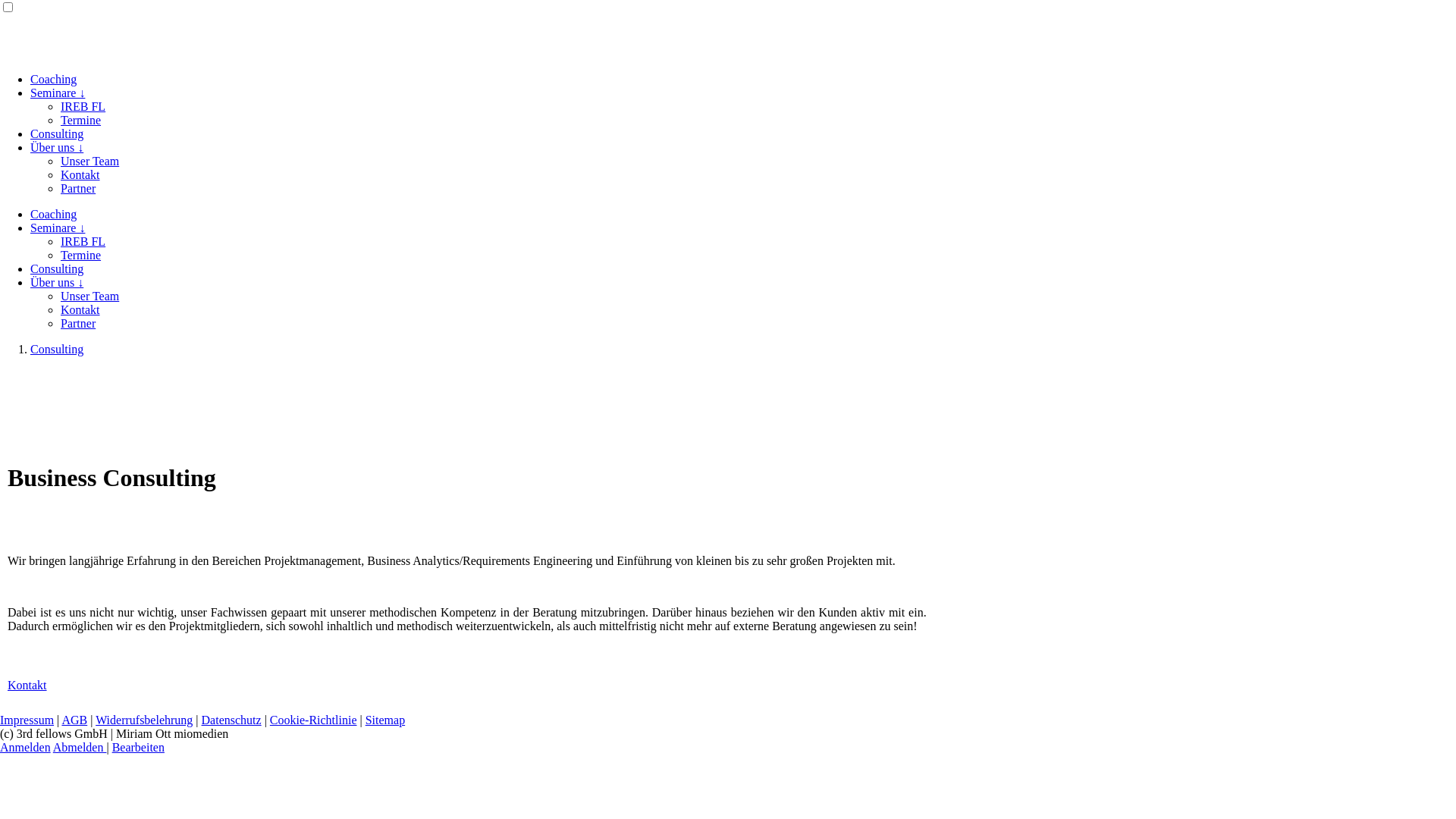  I want to click on 'Consulting', so click(57, 133).